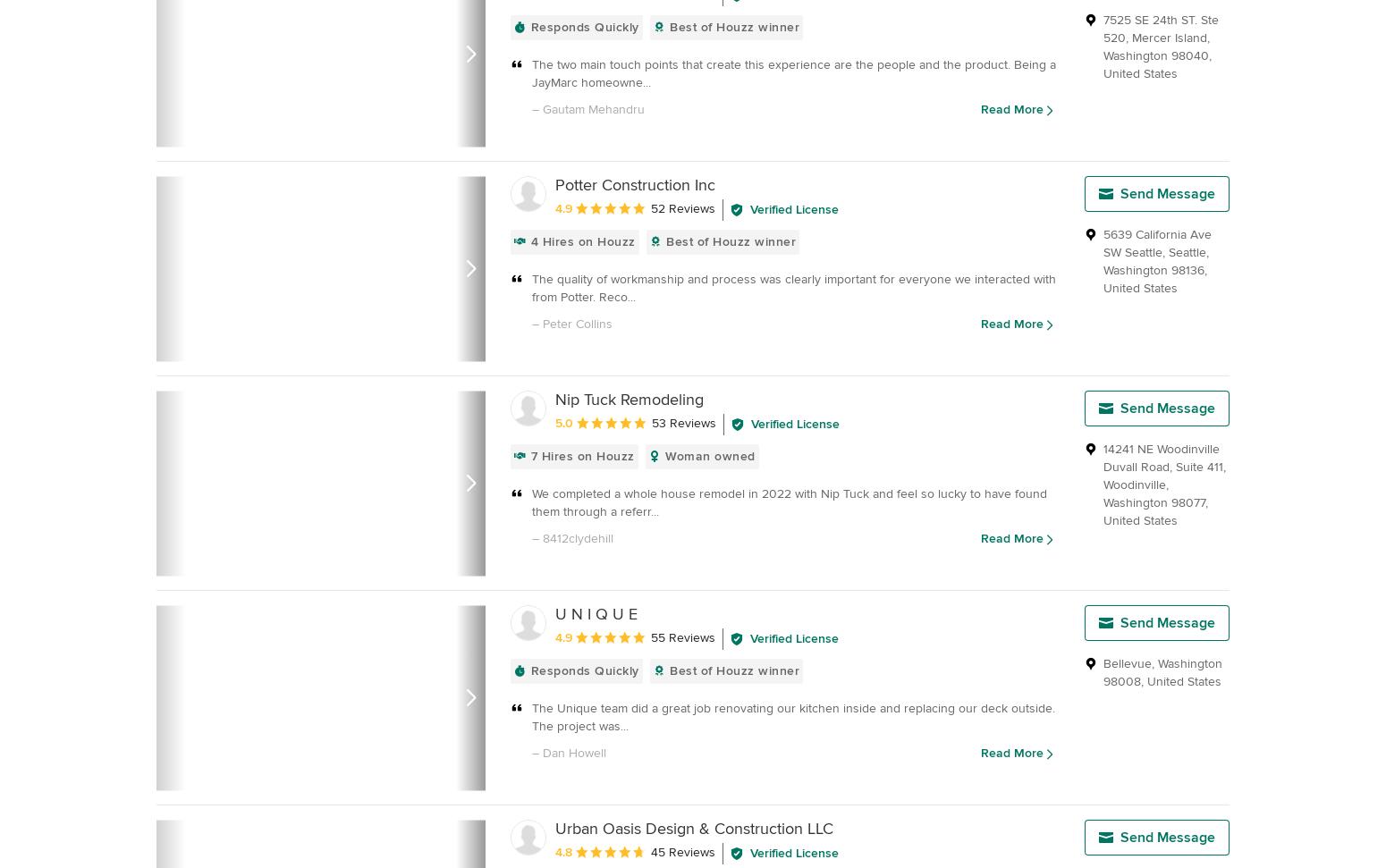  Describe the element at coordinates (562, 851) in the screenshot. I see `'4.8'` at that location.